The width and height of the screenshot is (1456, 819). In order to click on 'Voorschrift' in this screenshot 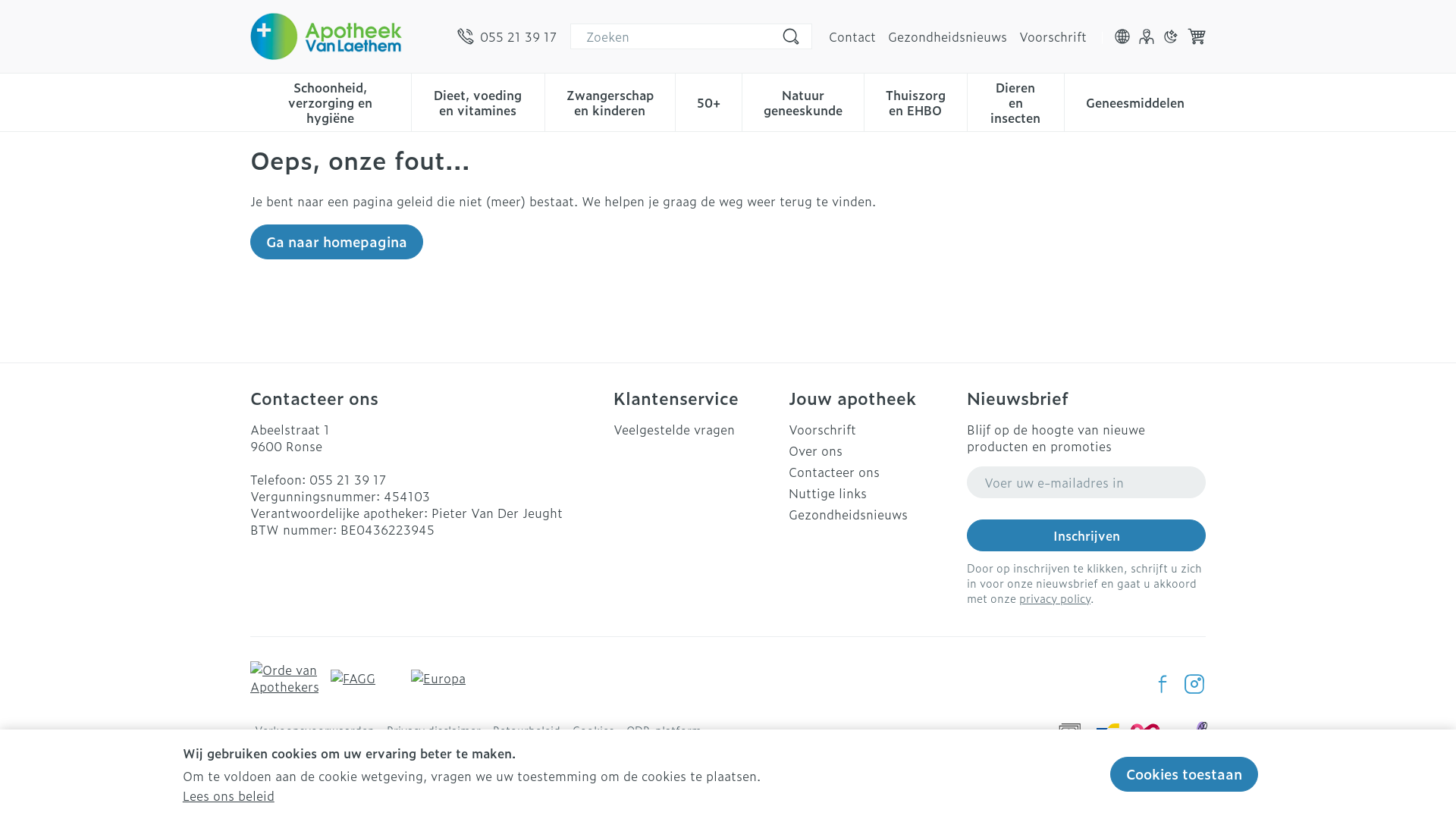, I will do `click(871, 429)`.